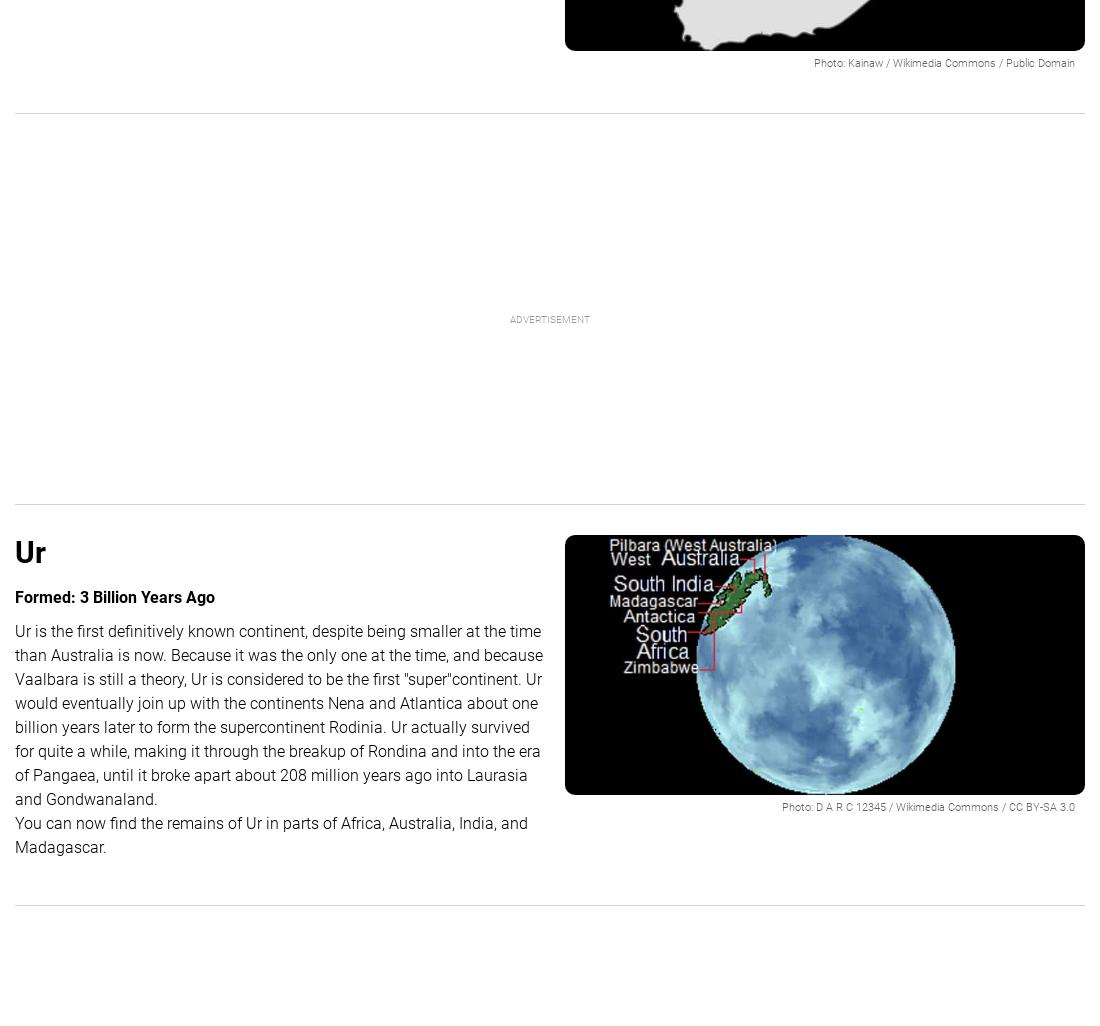 The height and width of the screenshot is (1026, 1100). What do you see at coordinates (29, 551) in the screenshot?
I see `'Ur'` at bounding box center [29, 551].